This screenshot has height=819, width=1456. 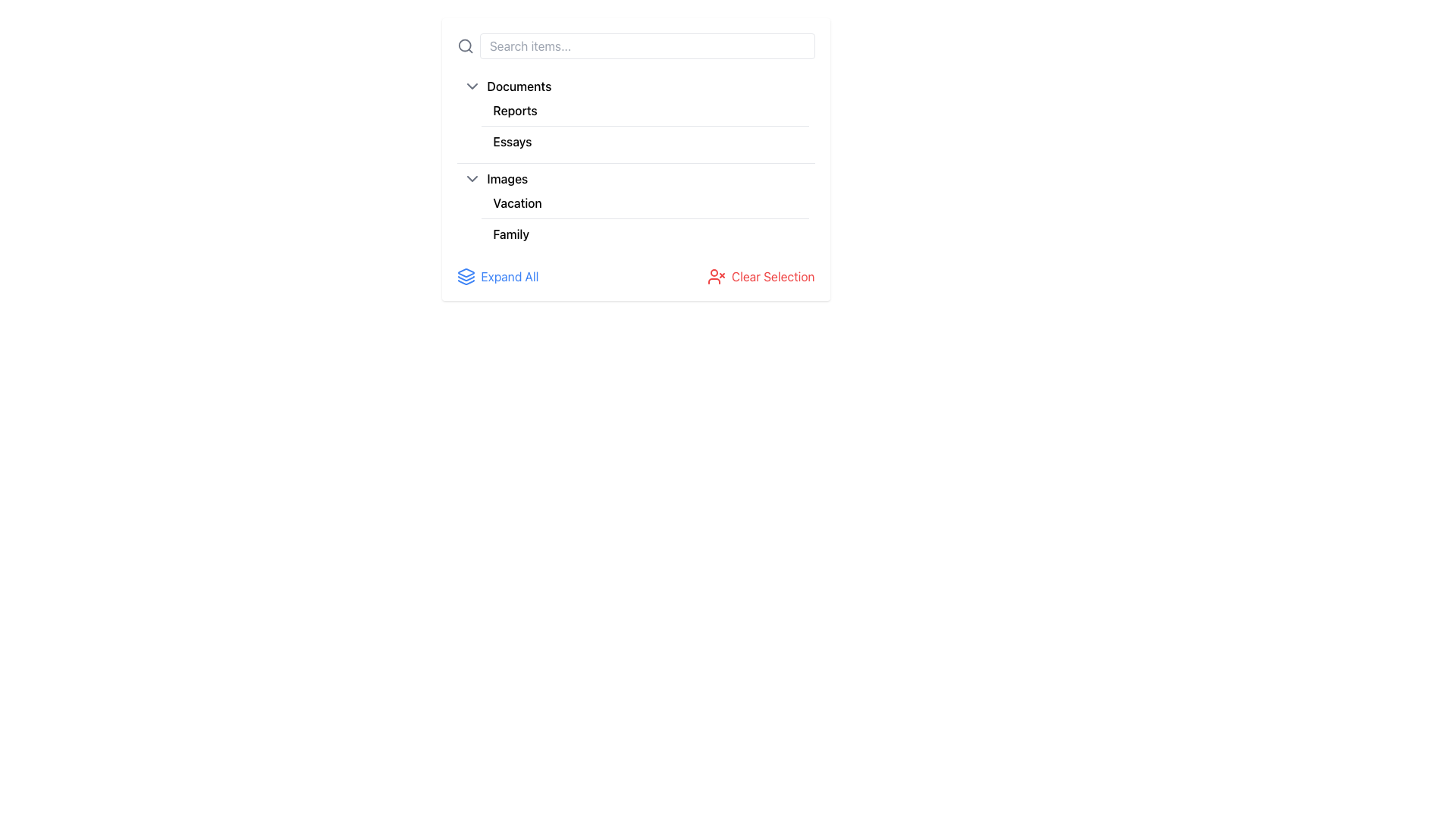 I want to click on the clickable icon next to the 'Images' text in the left sidebar menu, so click(x=471, y=177).